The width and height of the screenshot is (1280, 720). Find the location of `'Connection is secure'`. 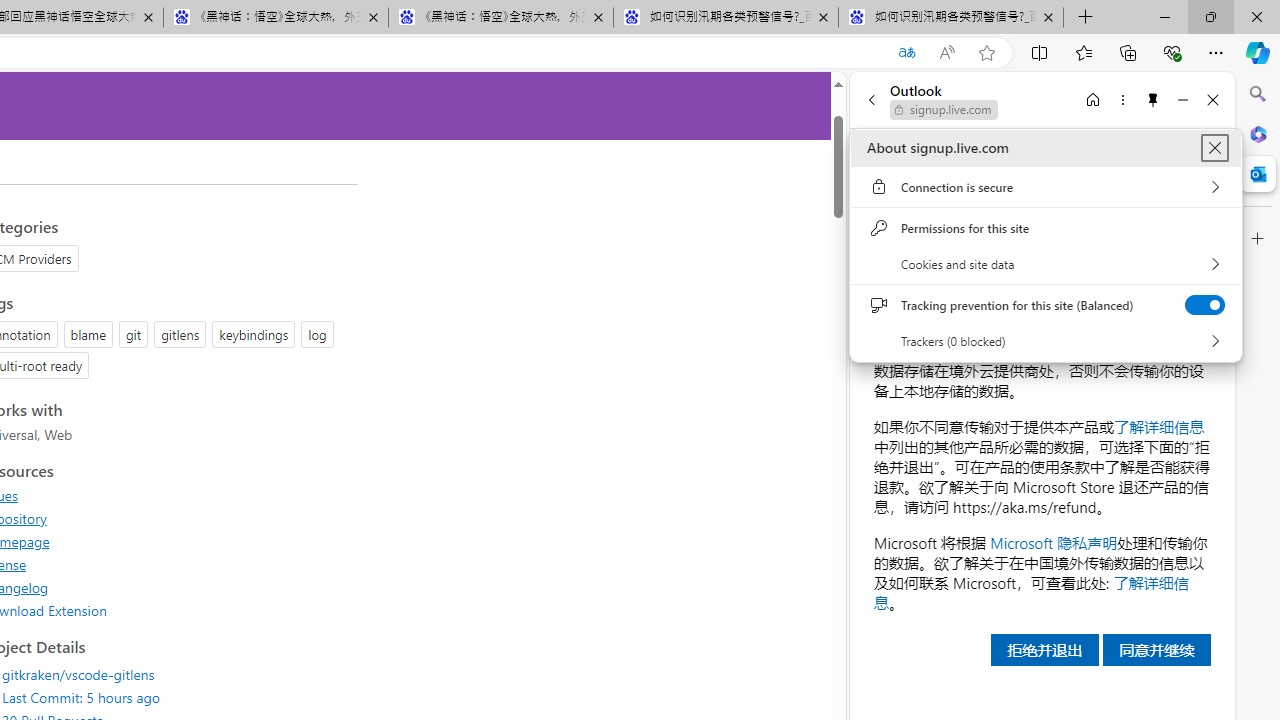

'Connection is secure' is located at coordinates (1045, 187).